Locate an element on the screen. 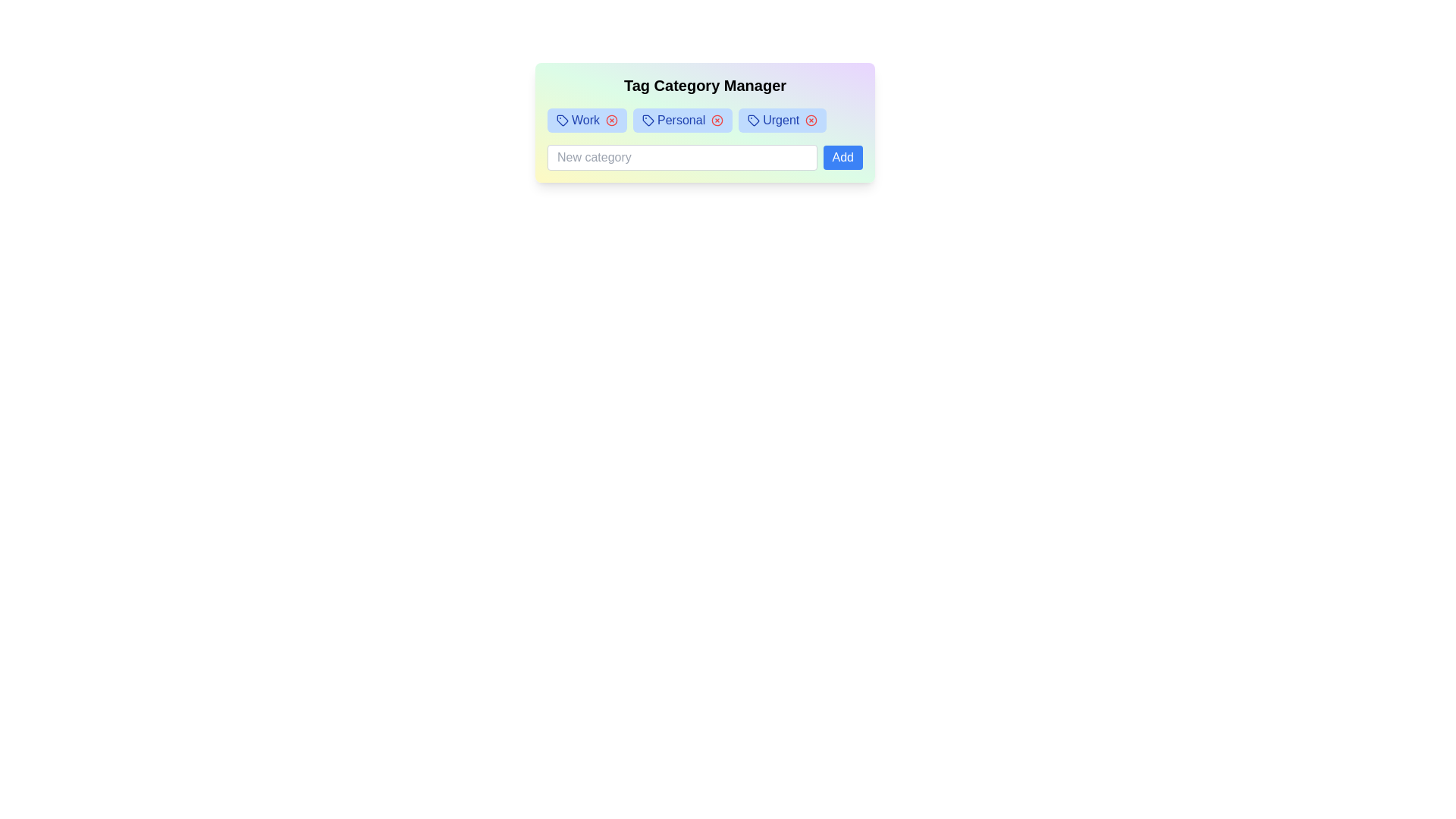 The image size is (1456, 819). the tag icon located at the first position in the sequence of three tags, adjacent to the text 'Work', in the 'Tag Category Manager' modal window is located at coordinates (562, 119).